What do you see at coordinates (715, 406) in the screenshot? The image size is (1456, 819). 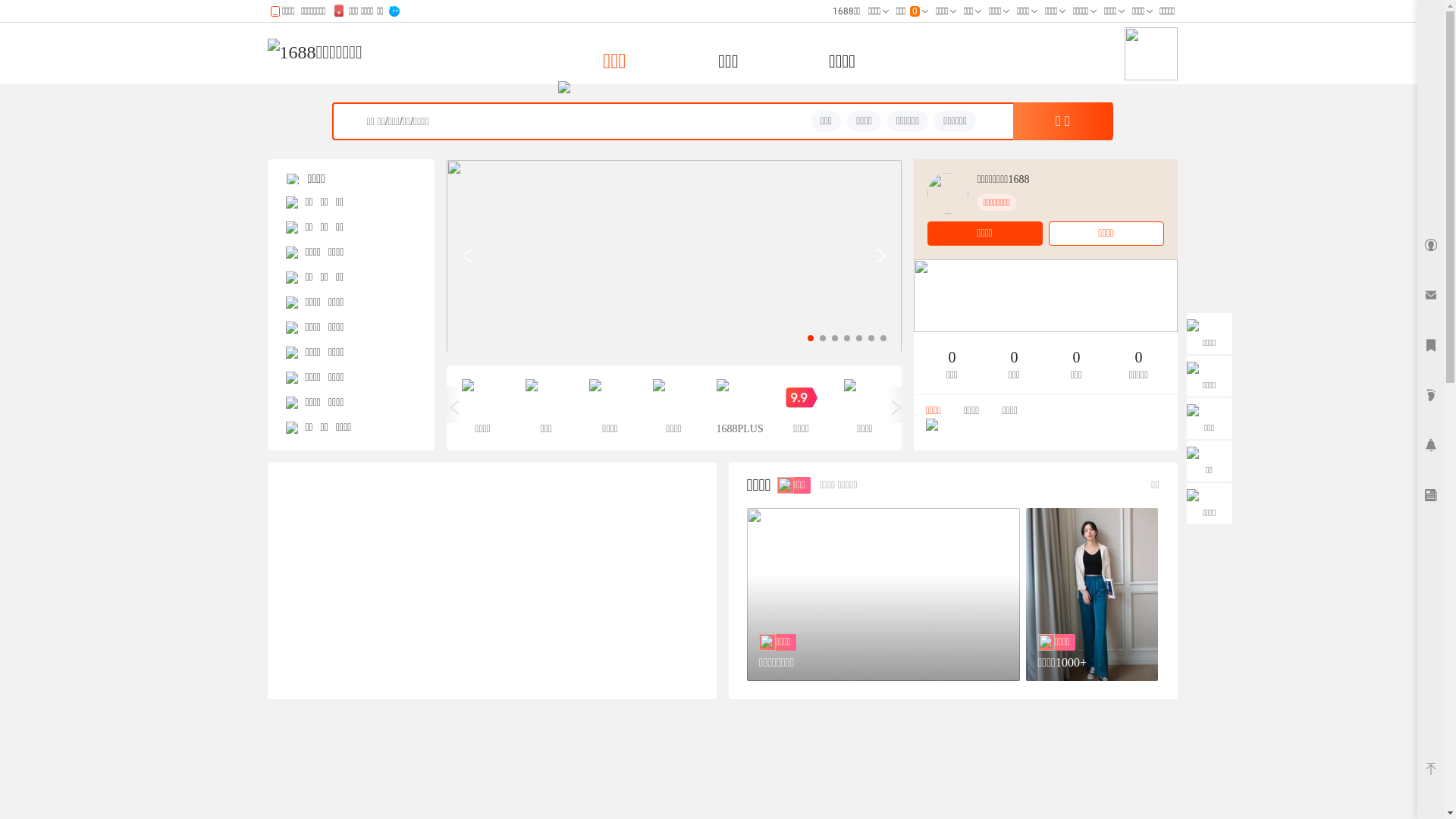 I see `'1688PLUS'` at bounding box center [715, 406].